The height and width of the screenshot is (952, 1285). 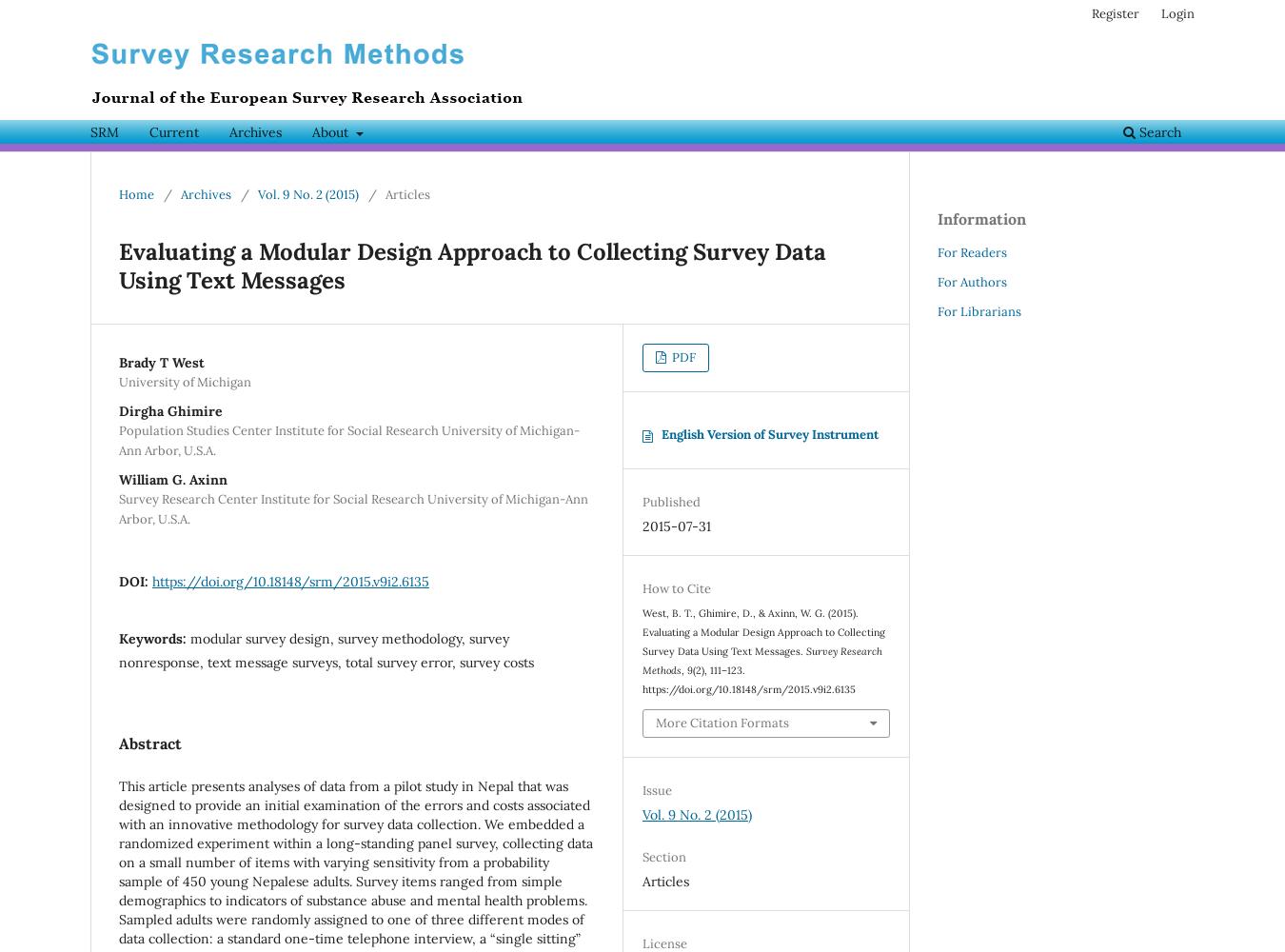 What do you see at coordinates (326, 650) in the screenshot?
I see `'modular survey design, 											survey methodology, 											survey nonresponse, 											text message surveys, 											total survey error, 											survey costs'` at bounding box center [326, 650].